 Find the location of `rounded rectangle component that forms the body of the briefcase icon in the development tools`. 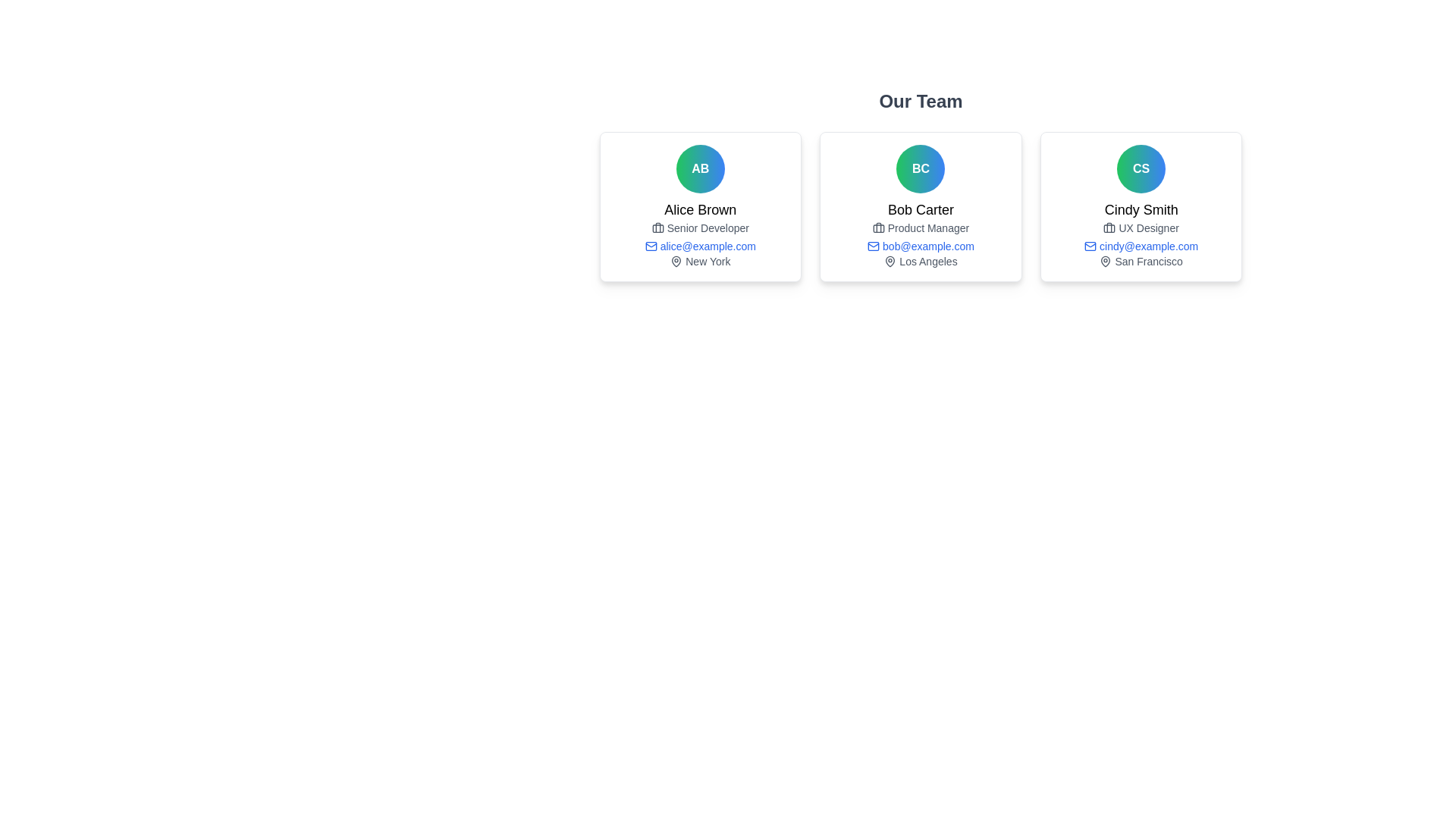

rounded rectangle component that forms the body of the briefcase icon in the development tools is located at coordinates (657, 228).